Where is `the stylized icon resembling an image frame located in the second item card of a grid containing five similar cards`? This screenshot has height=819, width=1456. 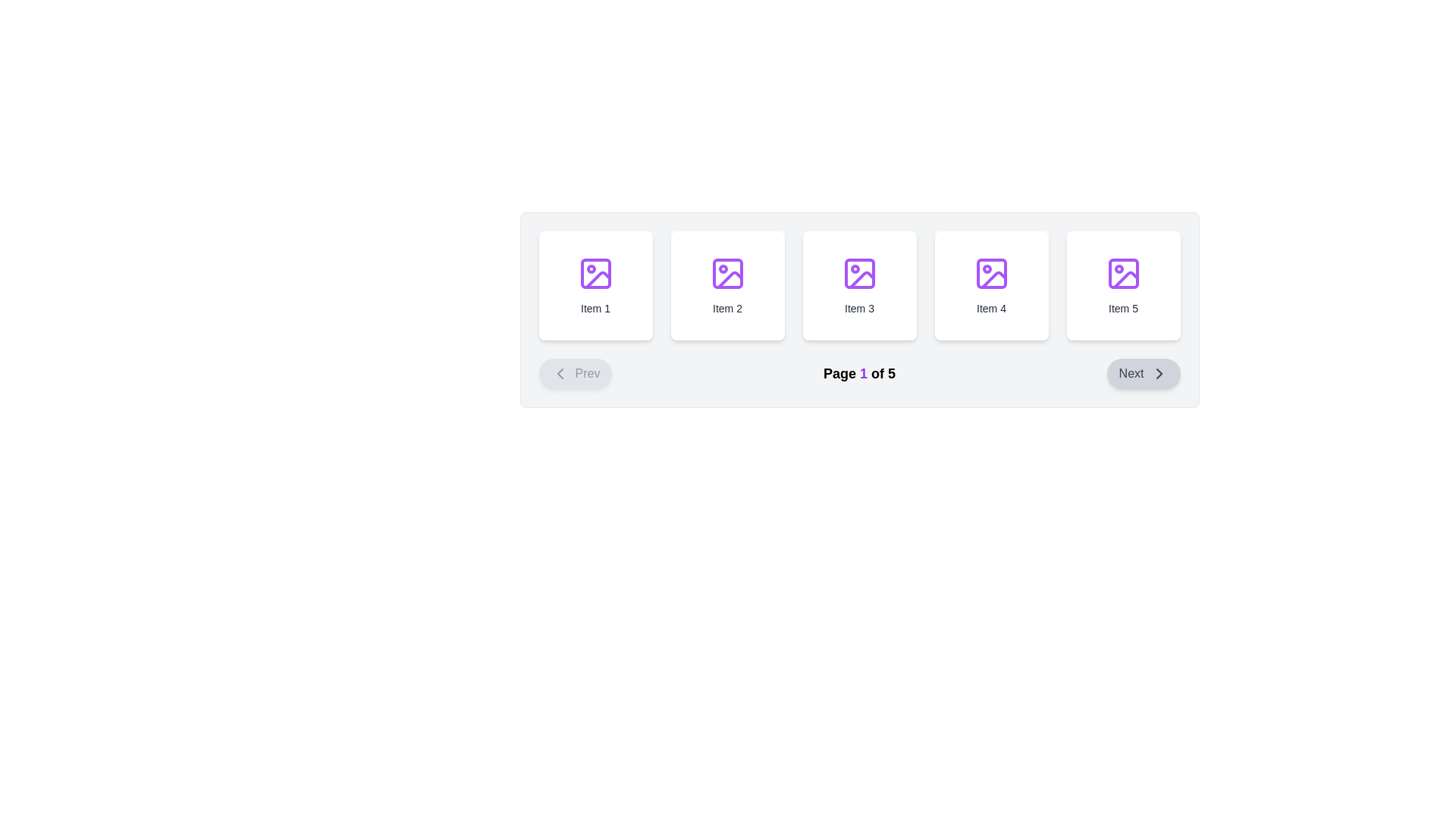
the stylized icon resembling an image frame located in the second item card of a grid containing five similar cards is located at coordinates (726, 274).